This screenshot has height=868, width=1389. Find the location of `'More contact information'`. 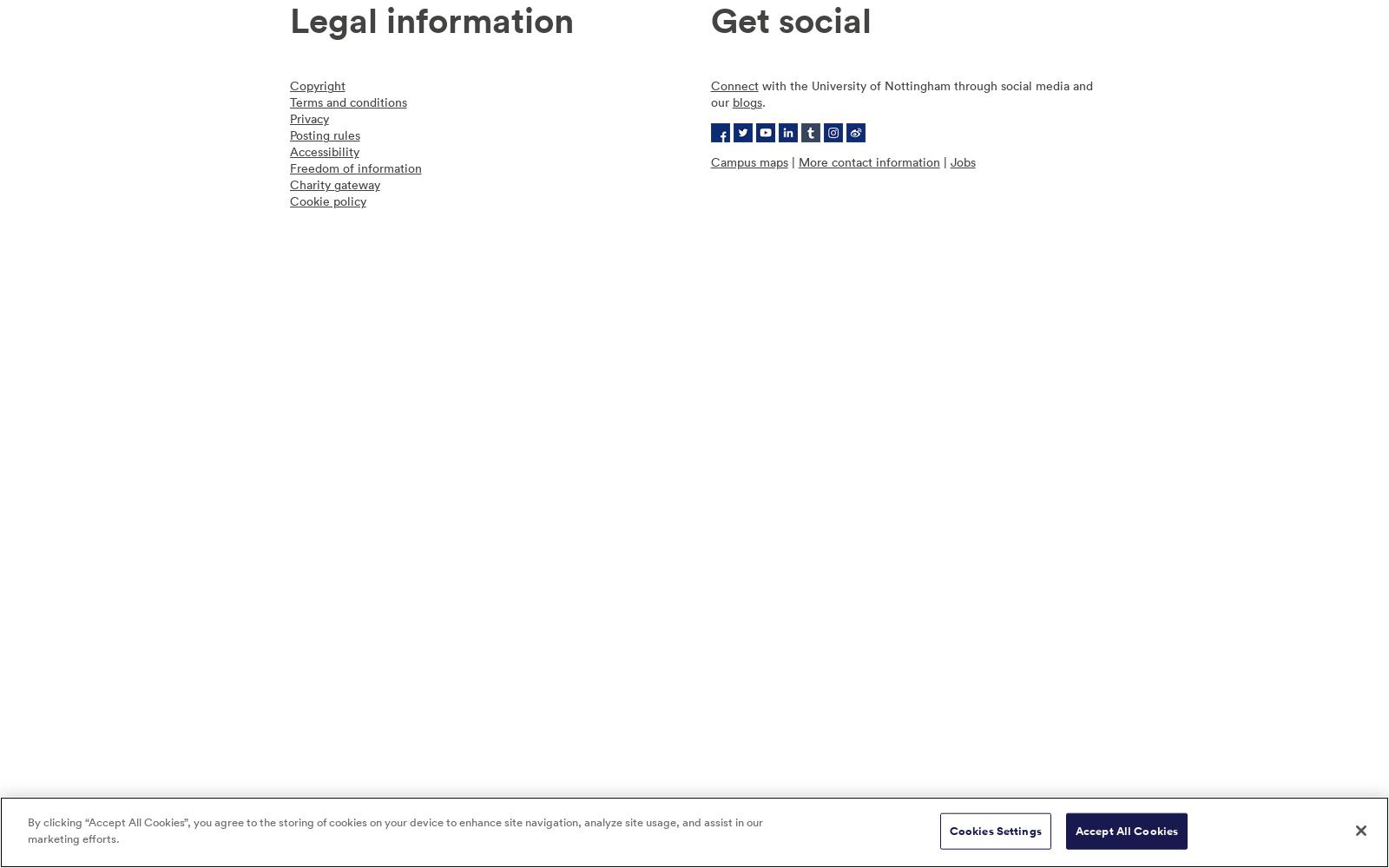

'More contact information' is located at coordinates (797, 161).